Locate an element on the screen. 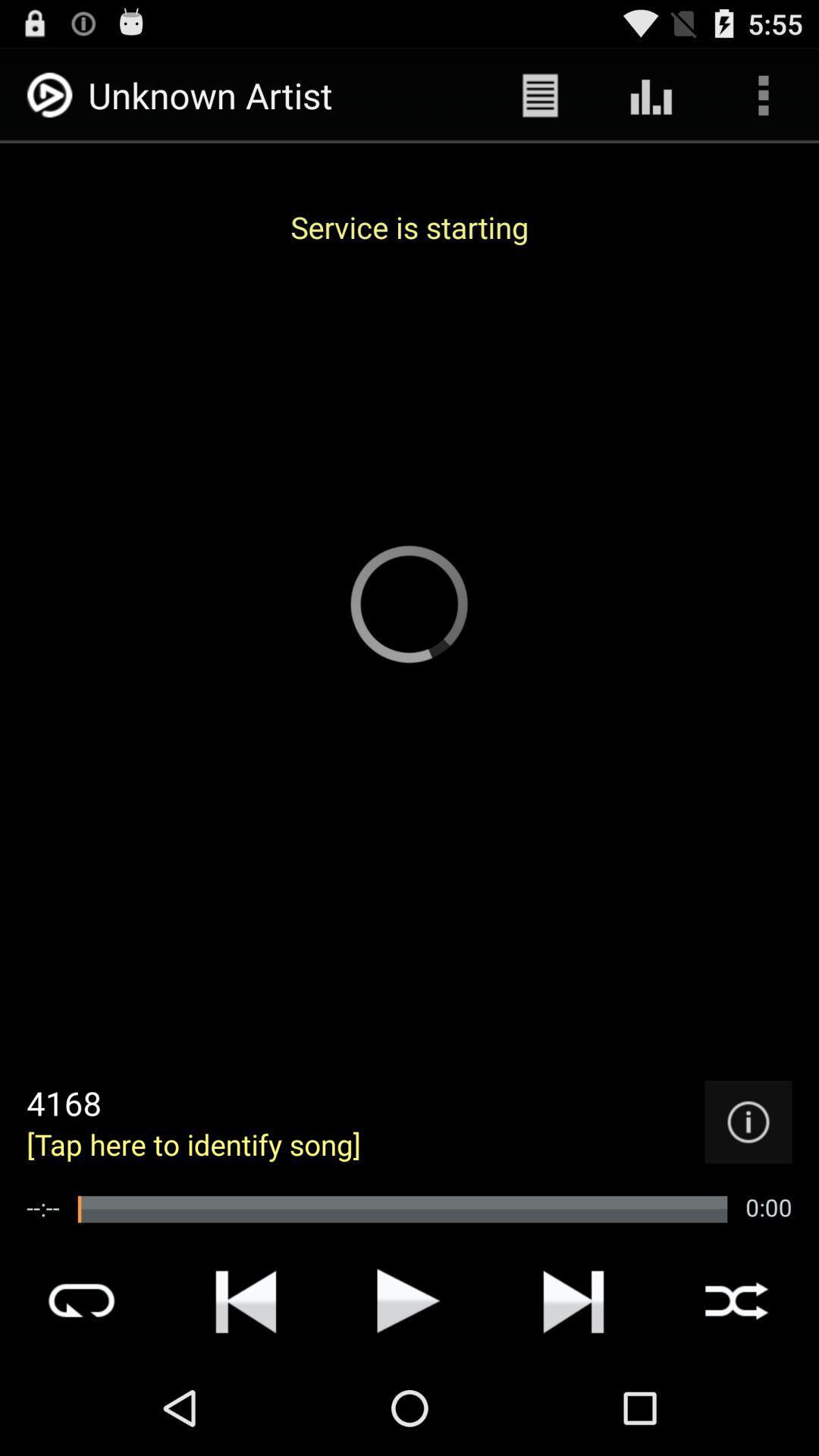 The width and height of the screenshot is (819, 1456). the icon represented to goto the next song or music in the playlist is located at coordinates (573, 1300).